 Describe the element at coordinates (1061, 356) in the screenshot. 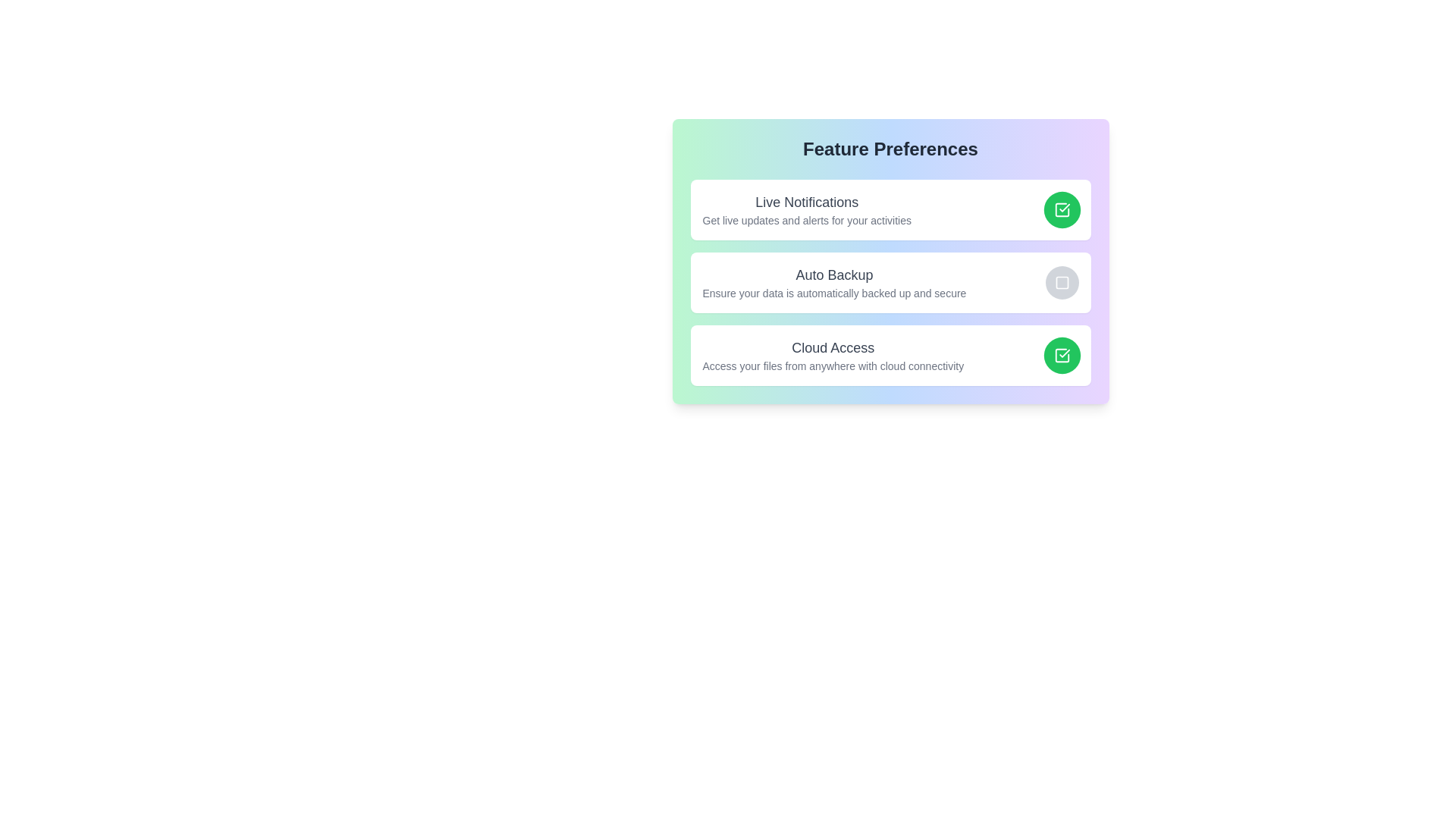

I see `the green circular icon with a white outlined square and checkmark, which is the third icon on the right side of the interface` at that location.